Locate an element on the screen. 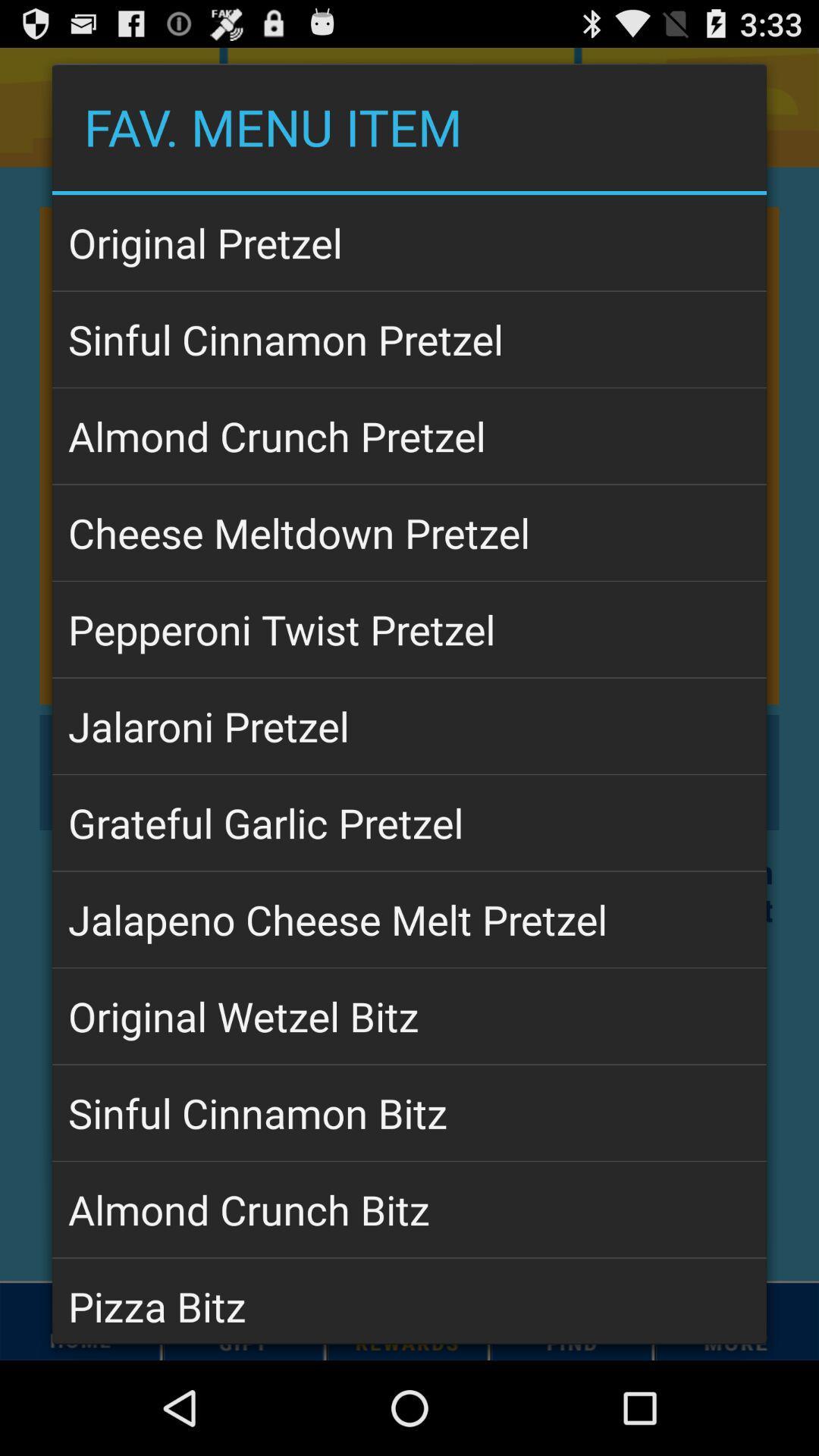 The image size is (819, 1456). the jalaroni pretzel app is located at coordinates (409, 725).